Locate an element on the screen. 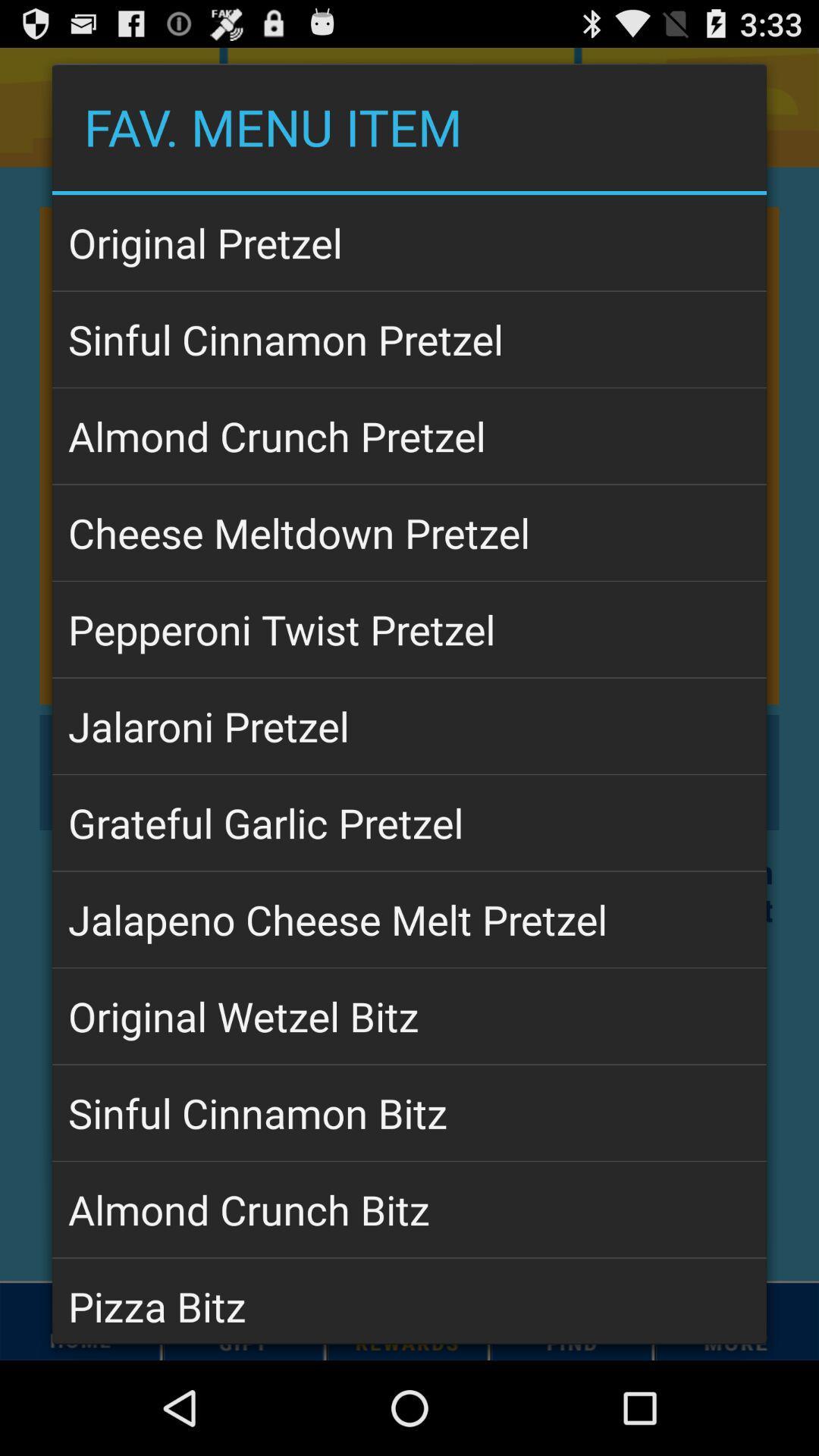 The image size is (819, 1456). the jalaroni pretzel app is located at coordinates (409, 725).